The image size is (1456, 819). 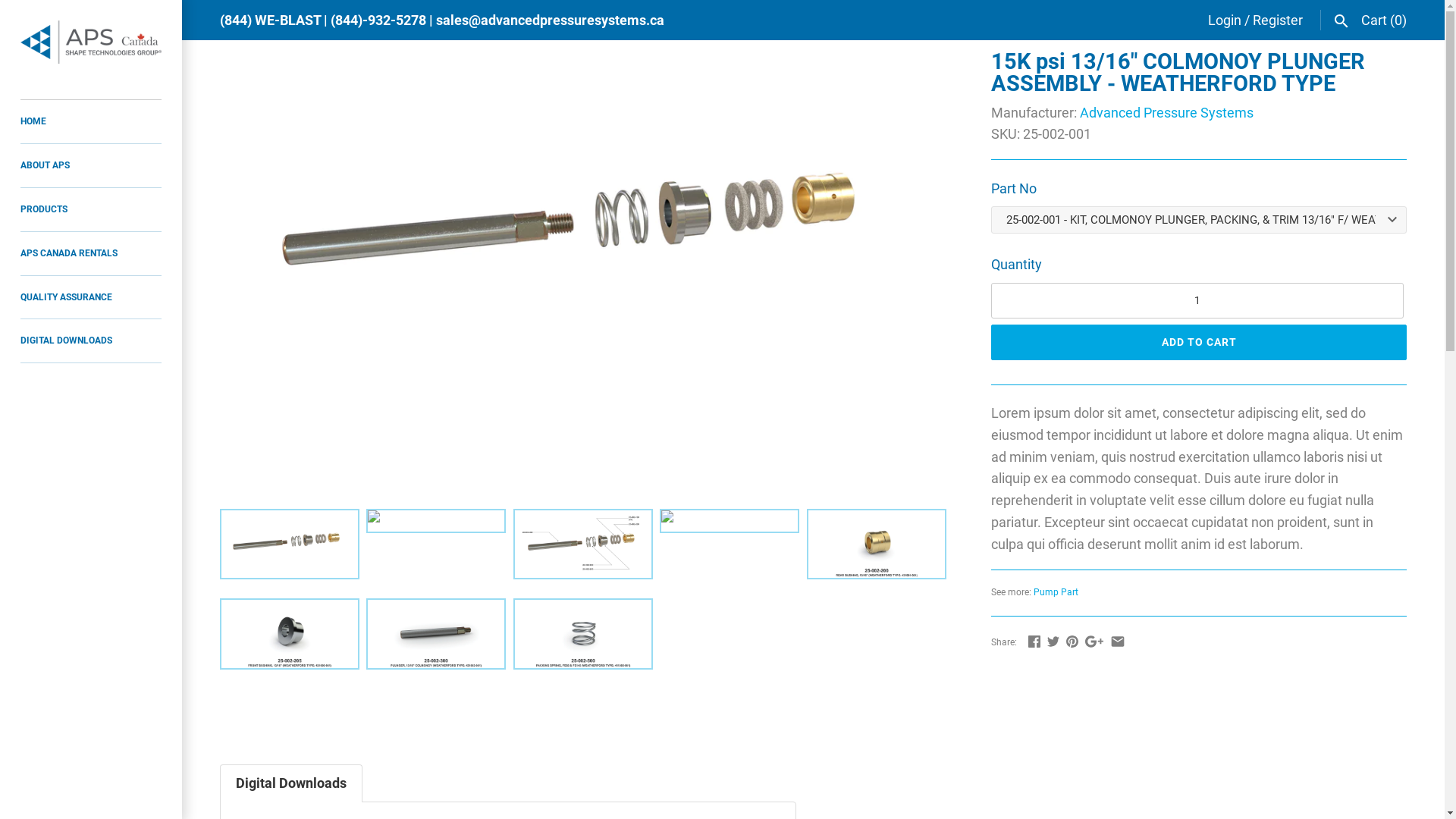 I want to click on 'Pinterest', so click(x=1072, y=641).